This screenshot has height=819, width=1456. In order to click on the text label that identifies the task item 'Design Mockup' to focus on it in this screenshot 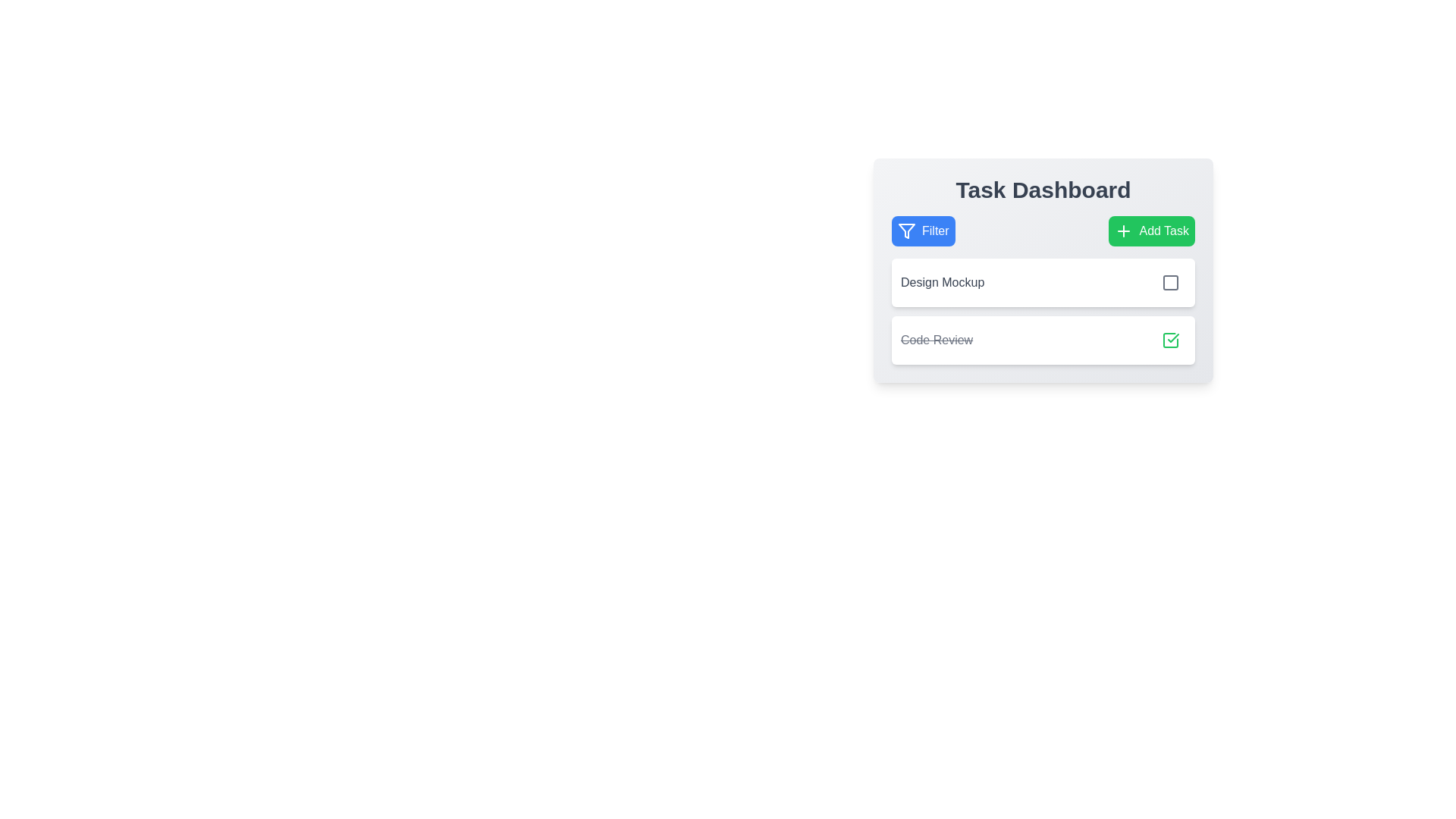, I will do `click(942, 283)`.